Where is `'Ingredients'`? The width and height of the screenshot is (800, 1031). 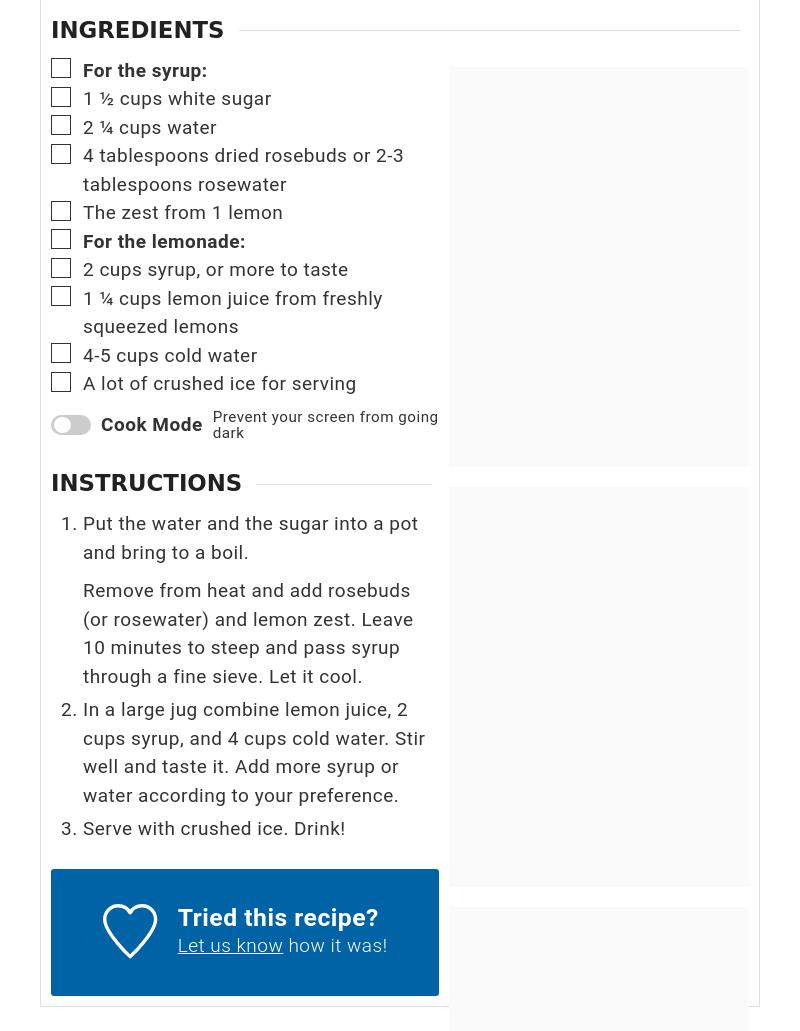 'Ingredients' is located at coordinates (137, 28).